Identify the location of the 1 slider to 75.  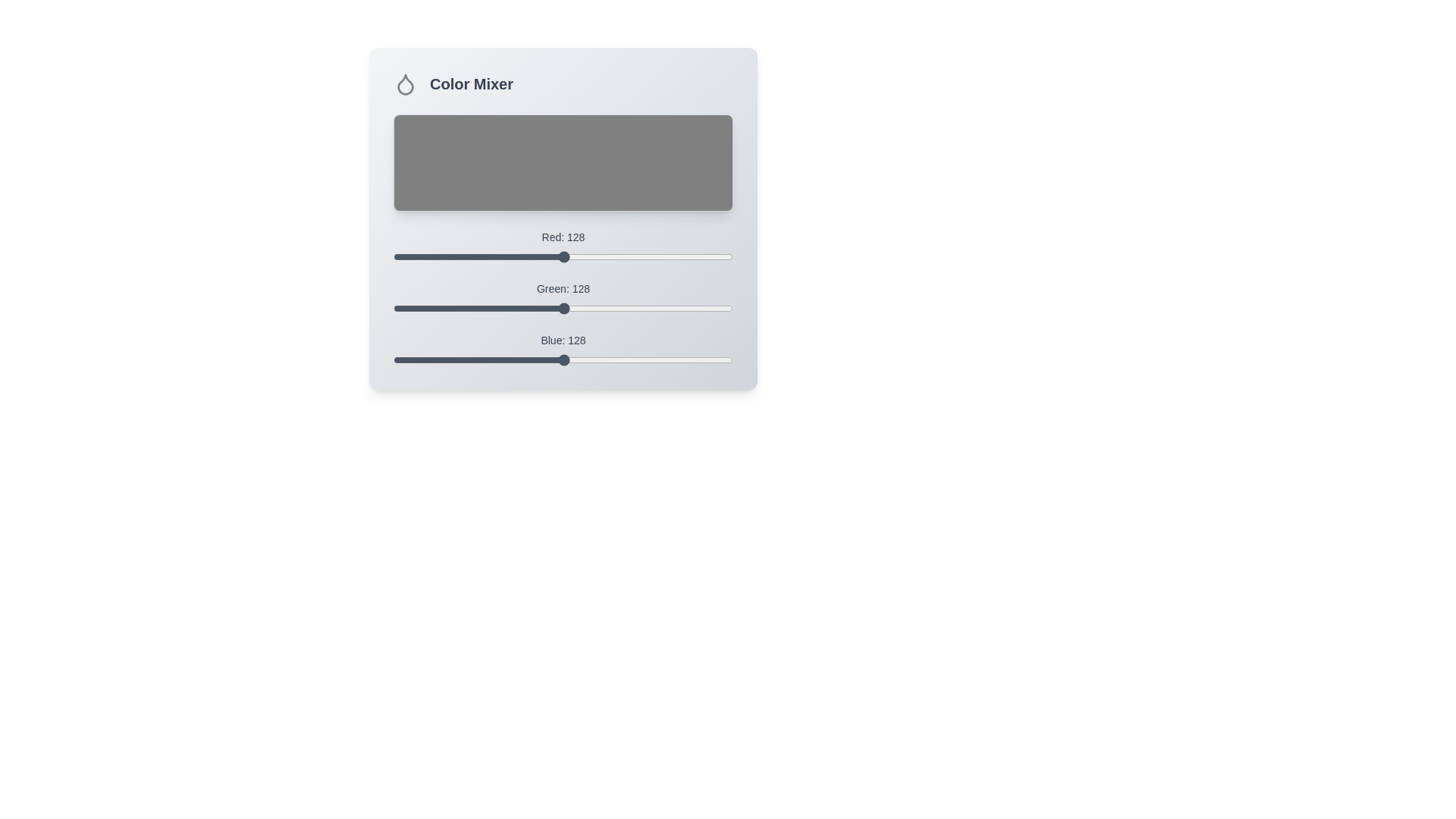
(493, 302).